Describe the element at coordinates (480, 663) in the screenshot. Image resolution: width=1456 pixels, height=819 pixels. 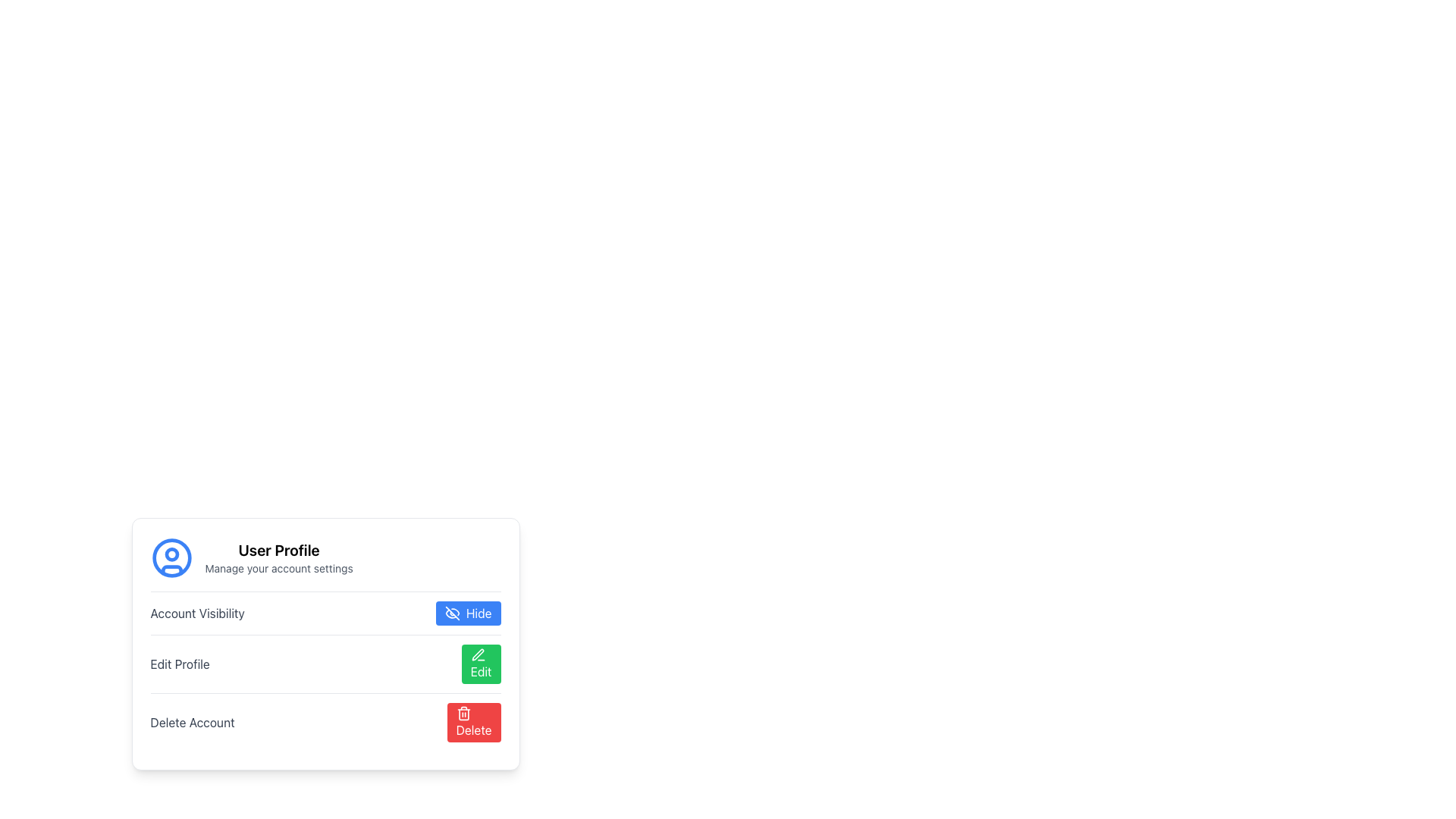
I see `the edit button located to the right of the 'Edit Profile' text` at that location.